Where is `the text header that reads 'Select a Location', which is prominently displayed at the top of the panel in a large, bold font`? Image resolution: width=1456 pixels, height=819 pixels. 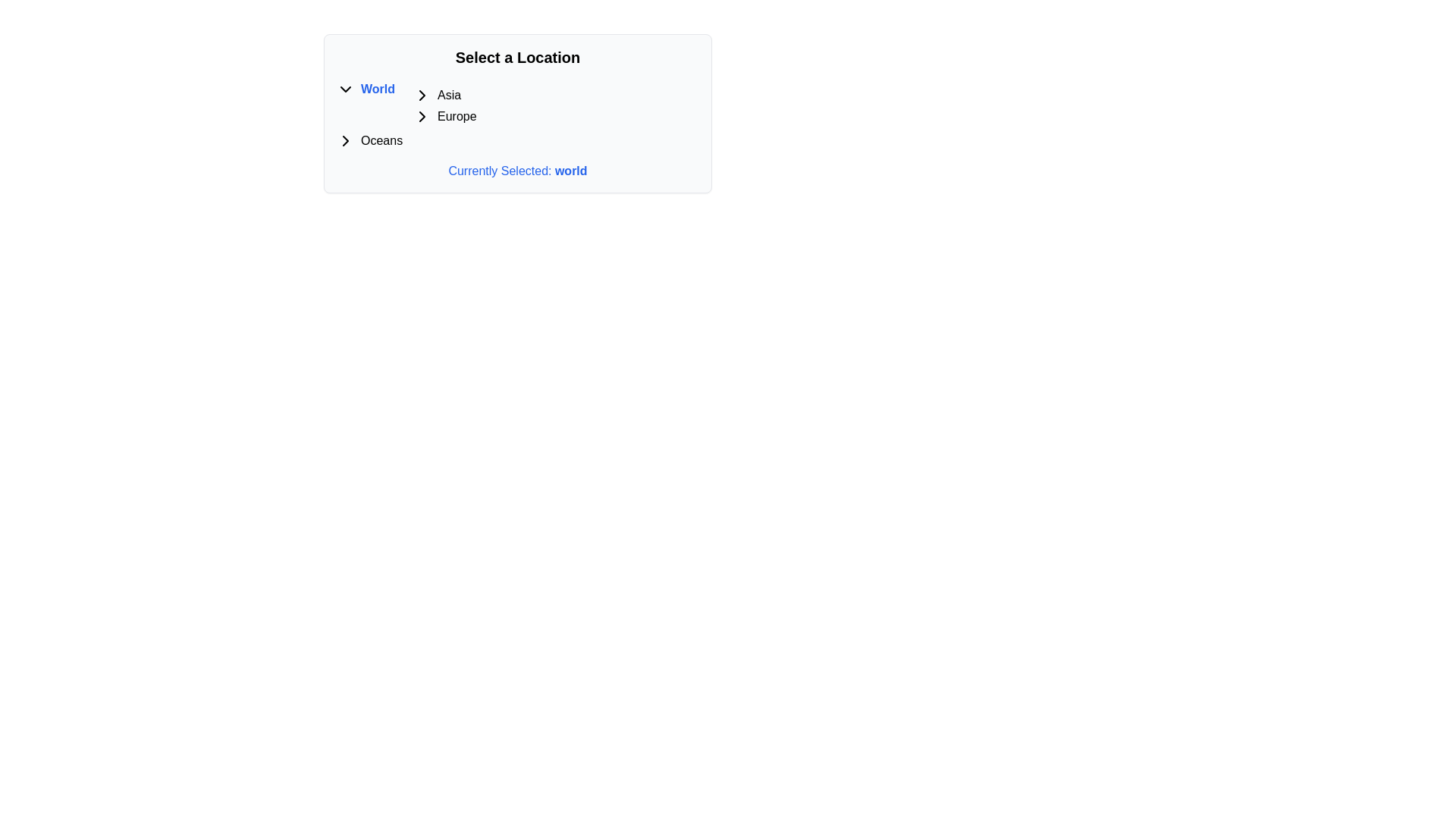
the text header that reads 'Select a Location', which is prominently displayed at the top of the panel in a large, bold font is located at coordinates (517, 57).